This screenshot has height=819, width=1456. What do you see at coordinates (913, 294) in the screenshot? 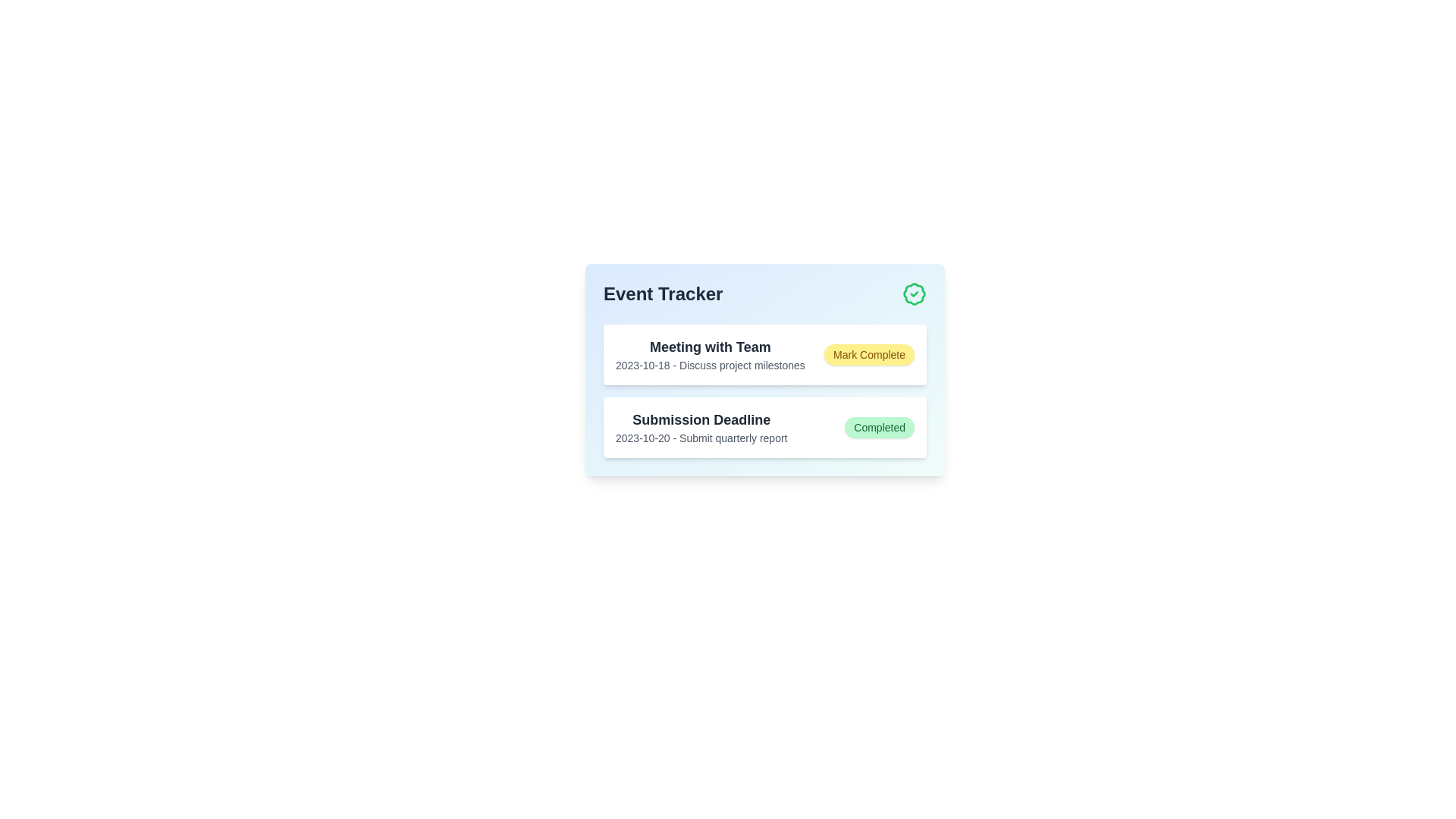
I see `the green checkmark badge icon located in the top-right corner of the 'Event Tracker' header` at bounding box center [913, 294].